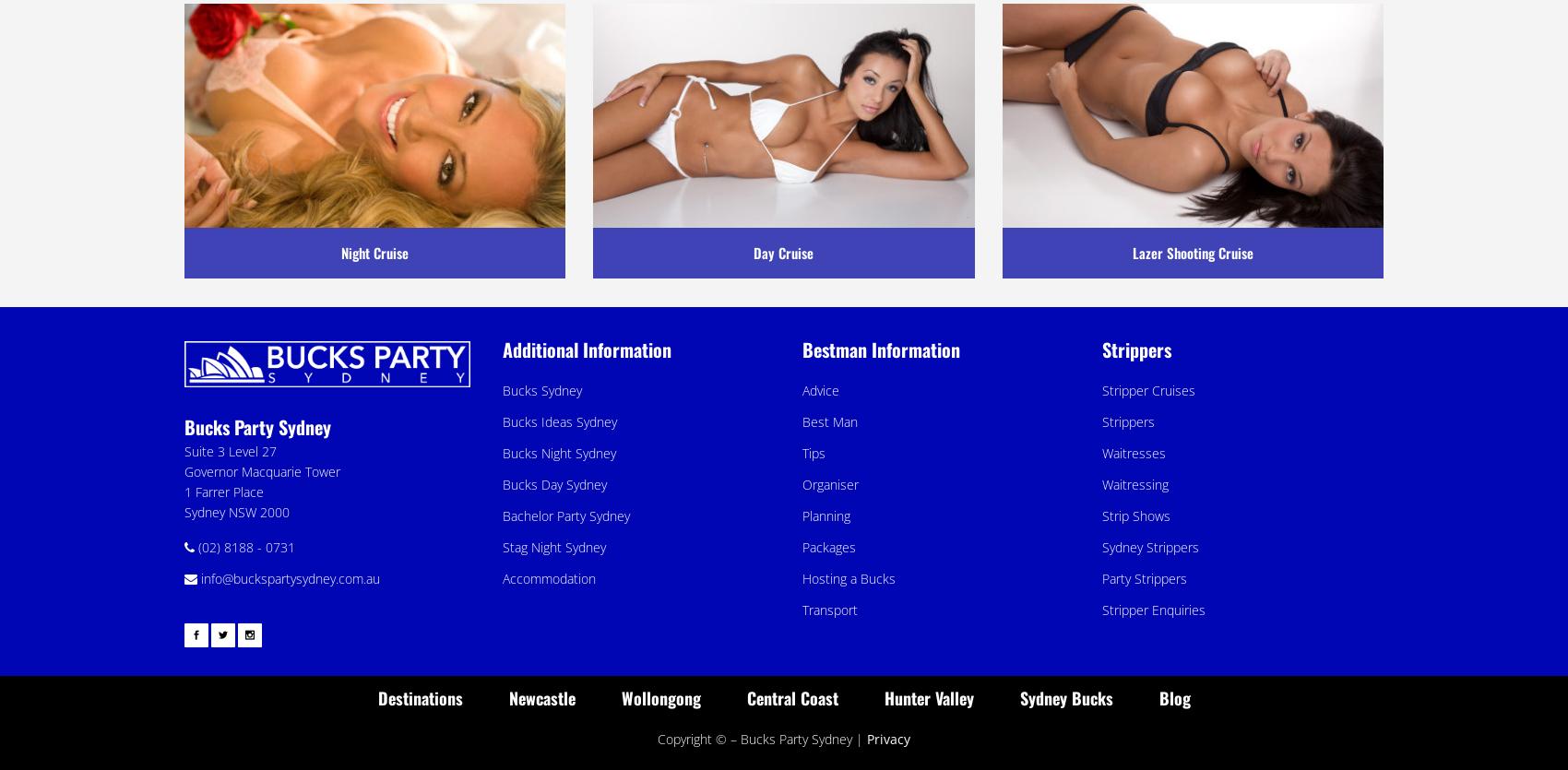 Image resolution: width=1568 pixels, height=770 pixels. I want to click on 'Sydney Strippers', so click(1149, 546).